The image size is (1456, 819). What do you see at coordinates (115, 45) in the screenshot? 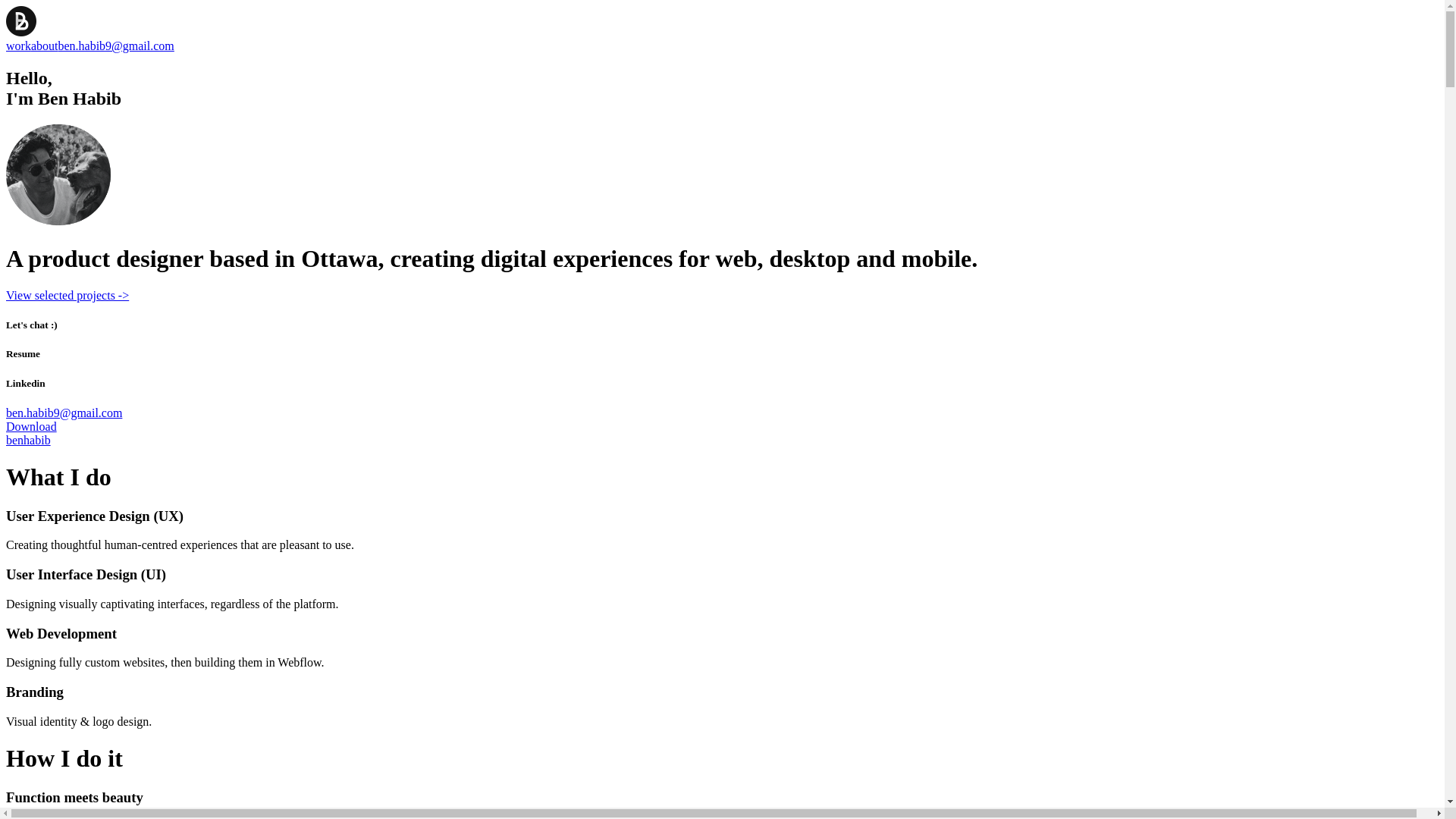
I see `'ben.habib9@gmail.com'` at bounding box center [115, 45].